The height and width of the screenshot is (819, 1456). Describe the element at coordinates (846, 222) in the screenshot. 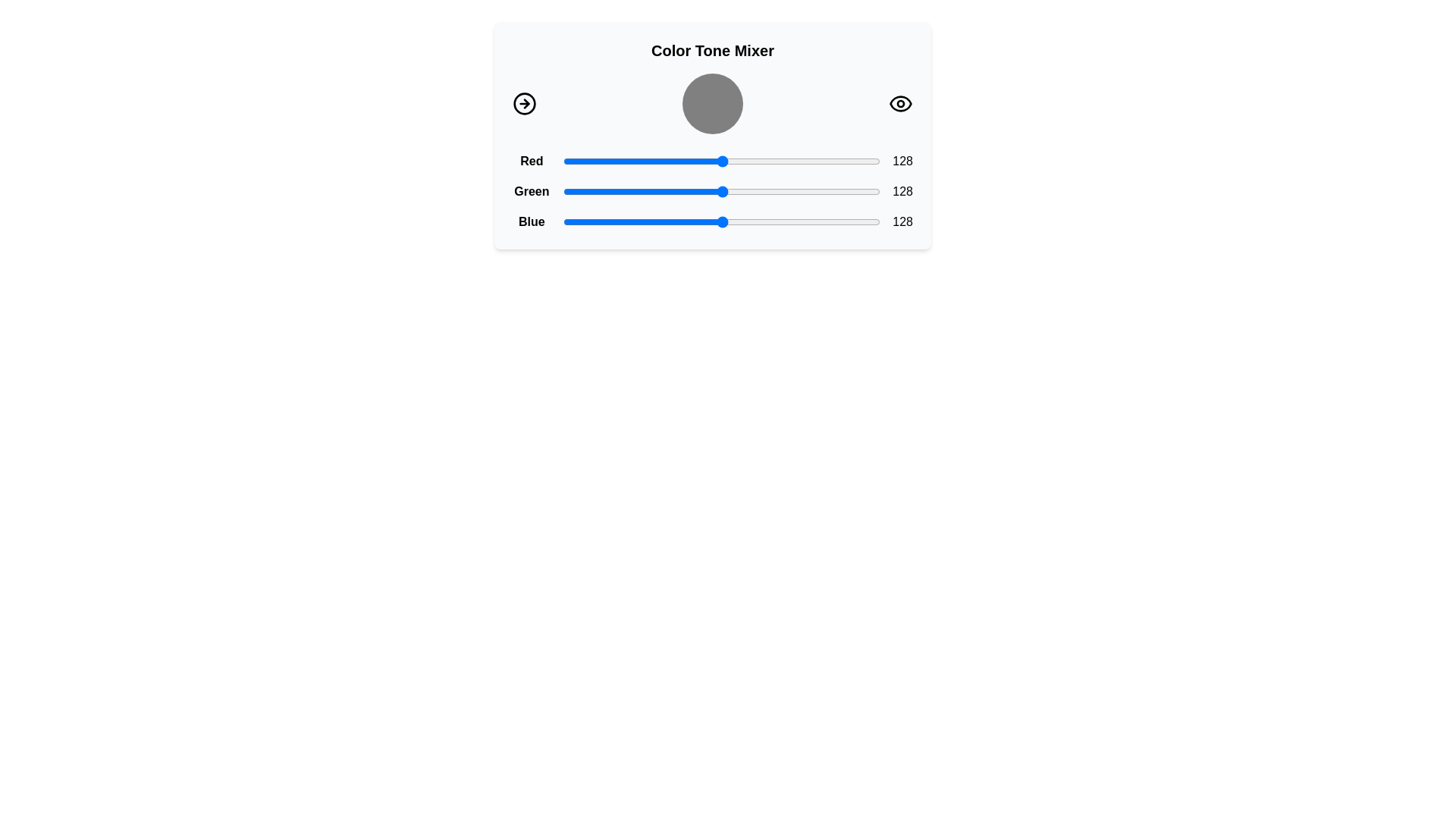

I see `the slider value` at that location.